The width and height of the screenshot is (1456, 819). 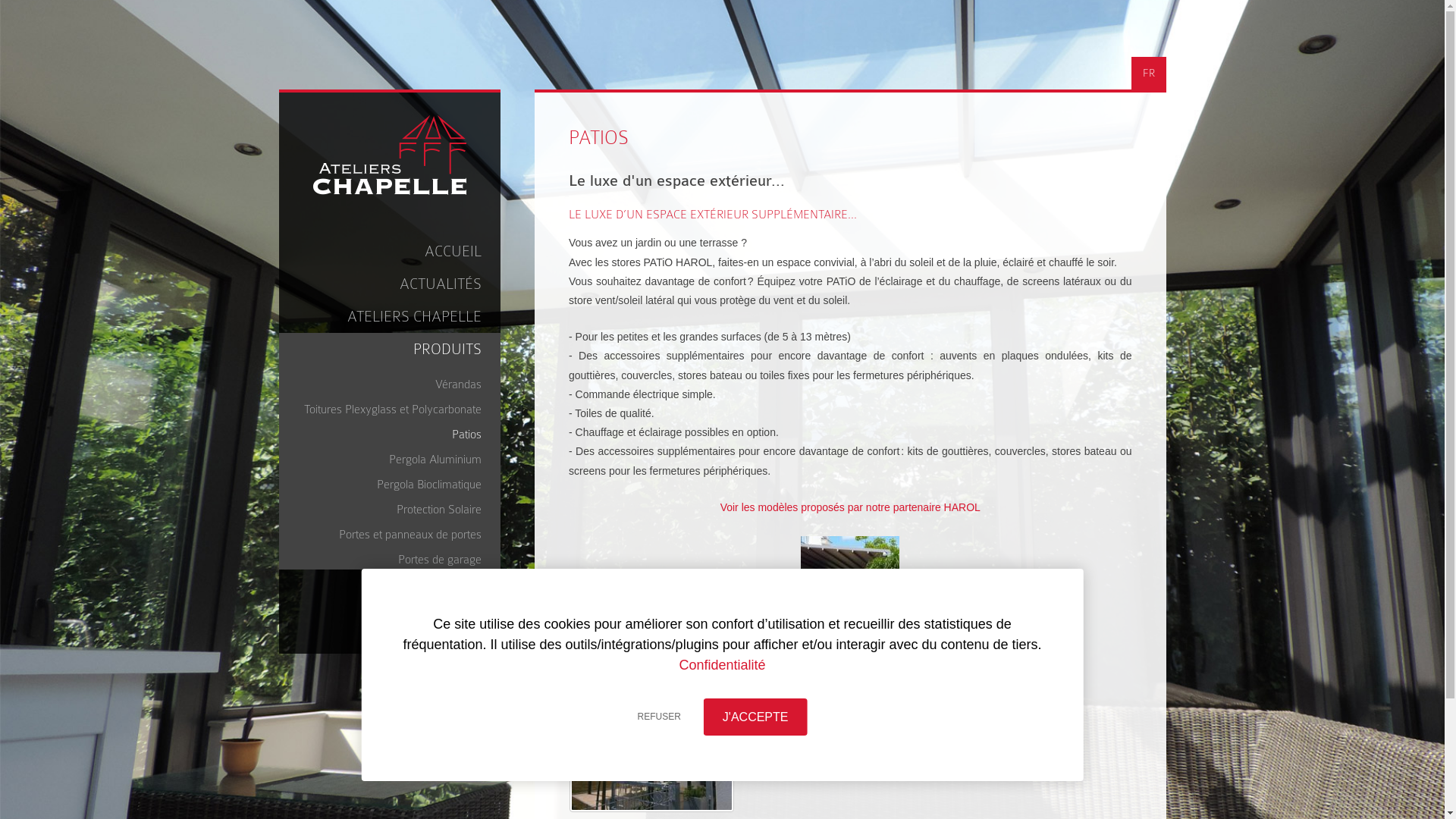 What do you see at coordinates (394, 431) in the screenshot?
I see `'Patios'` at bounding box center [394, 431].